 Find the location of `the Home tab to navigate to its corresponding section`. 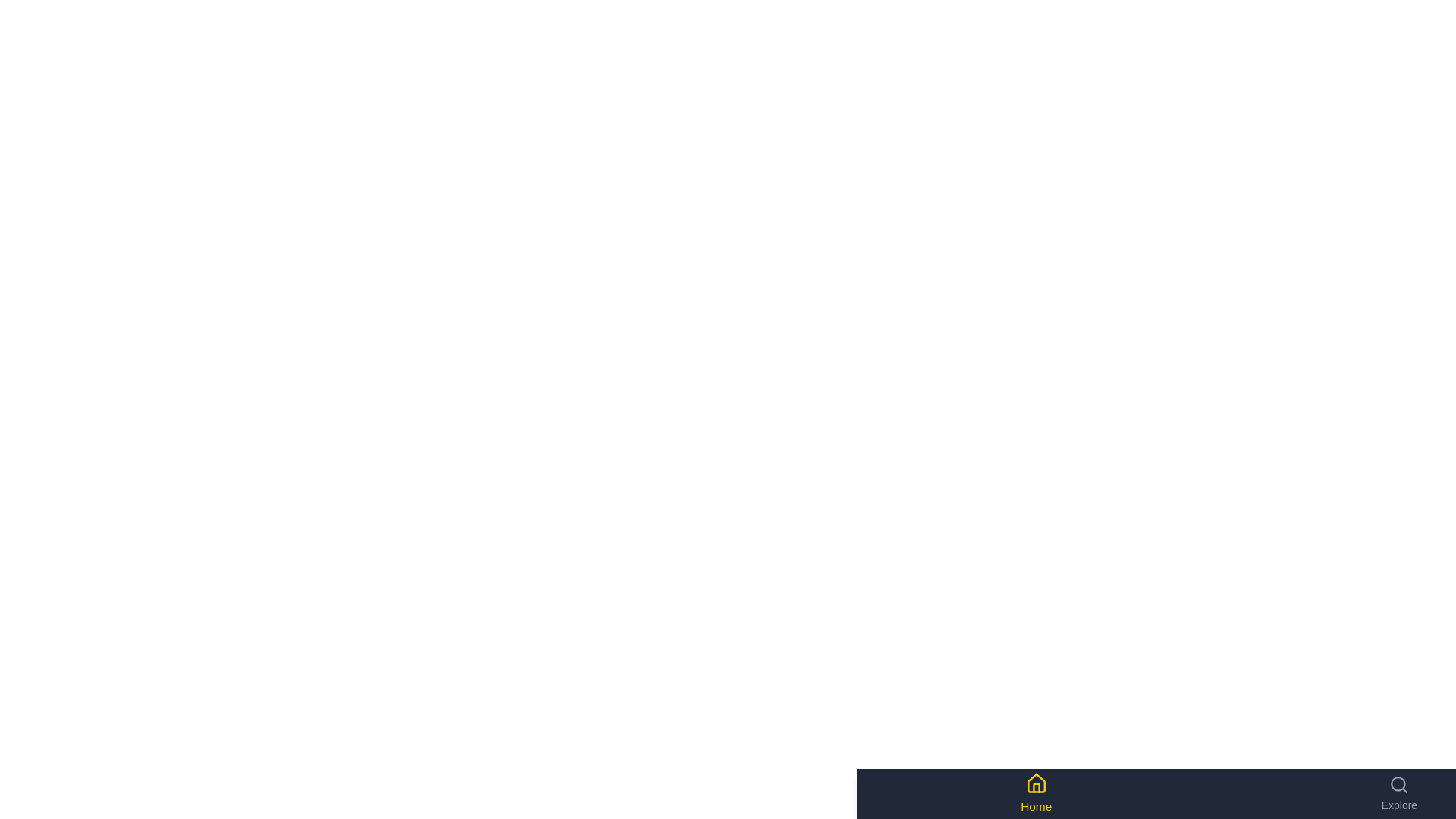

the Home tab to navigate to its corresponding section is located at coordinates (1035, 792).